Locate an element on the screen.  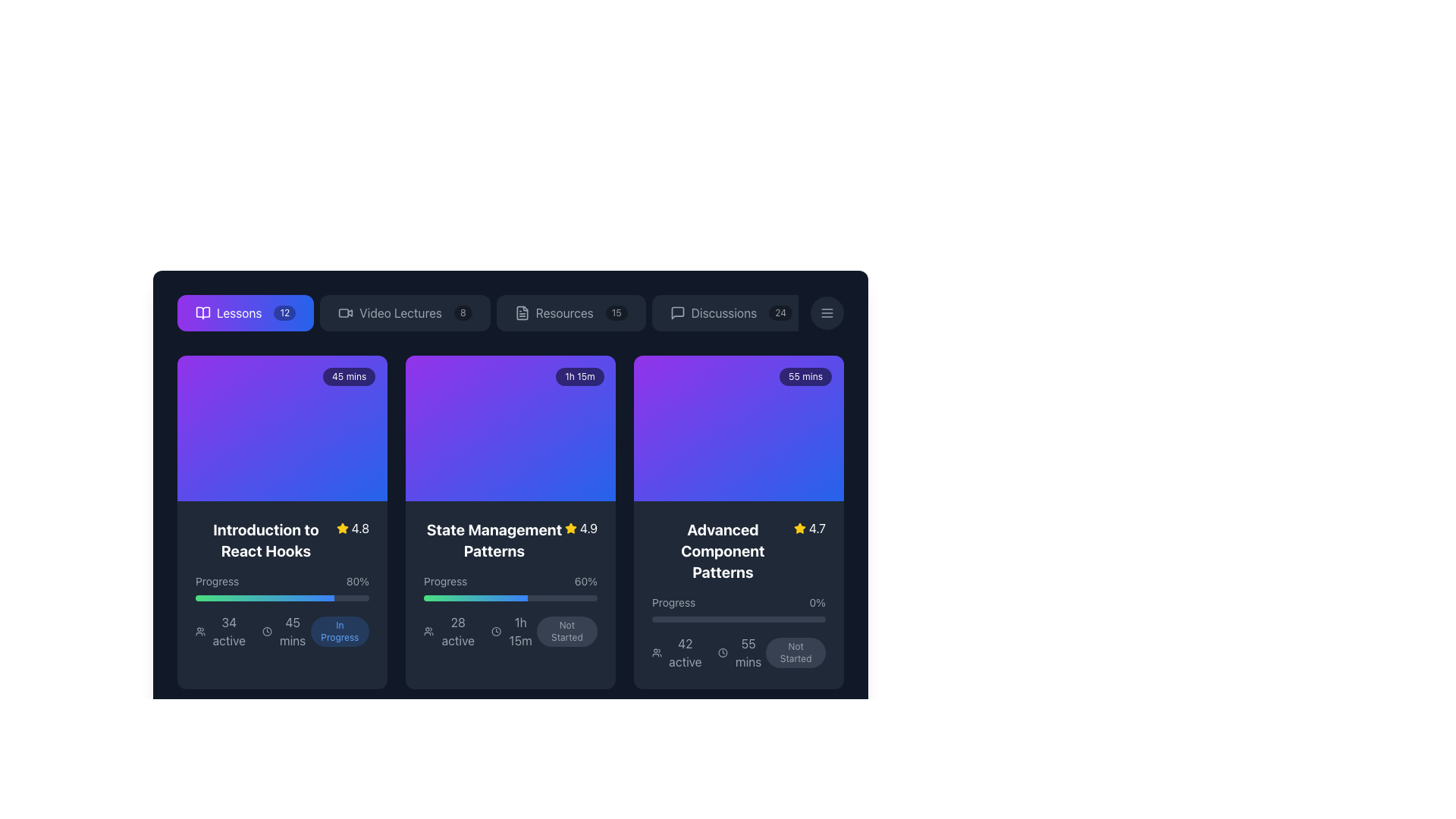
the Informational card with the header 'State Management Patterns' which is the second card in a row of three, to interact with it is located at coordinates (510, 522).